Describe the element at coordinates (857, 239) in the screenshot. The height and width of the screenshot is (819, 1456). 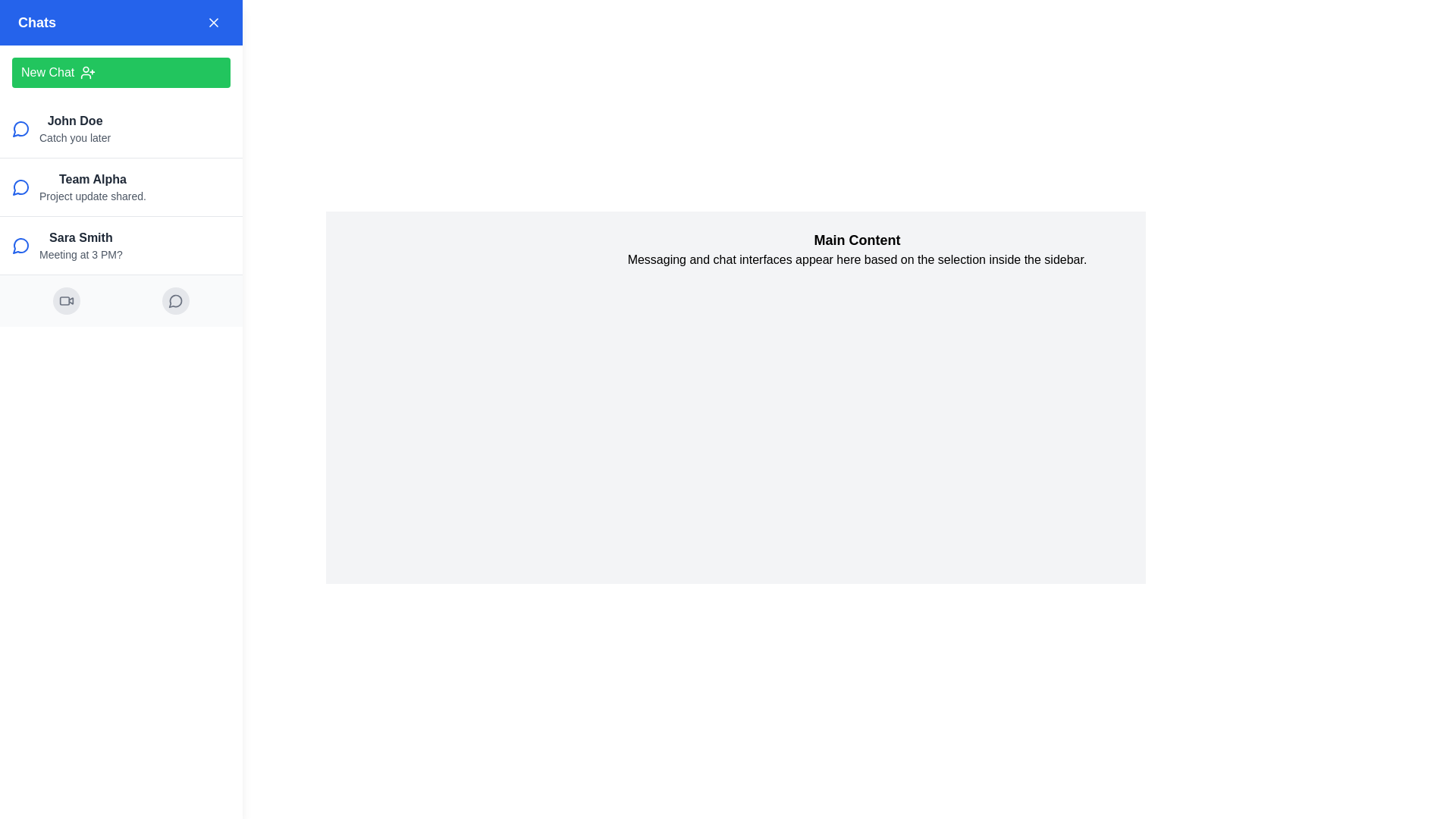
I see `the heading element that serves as a title or description for the section below it, located in the upper central part of the content area` at that location.